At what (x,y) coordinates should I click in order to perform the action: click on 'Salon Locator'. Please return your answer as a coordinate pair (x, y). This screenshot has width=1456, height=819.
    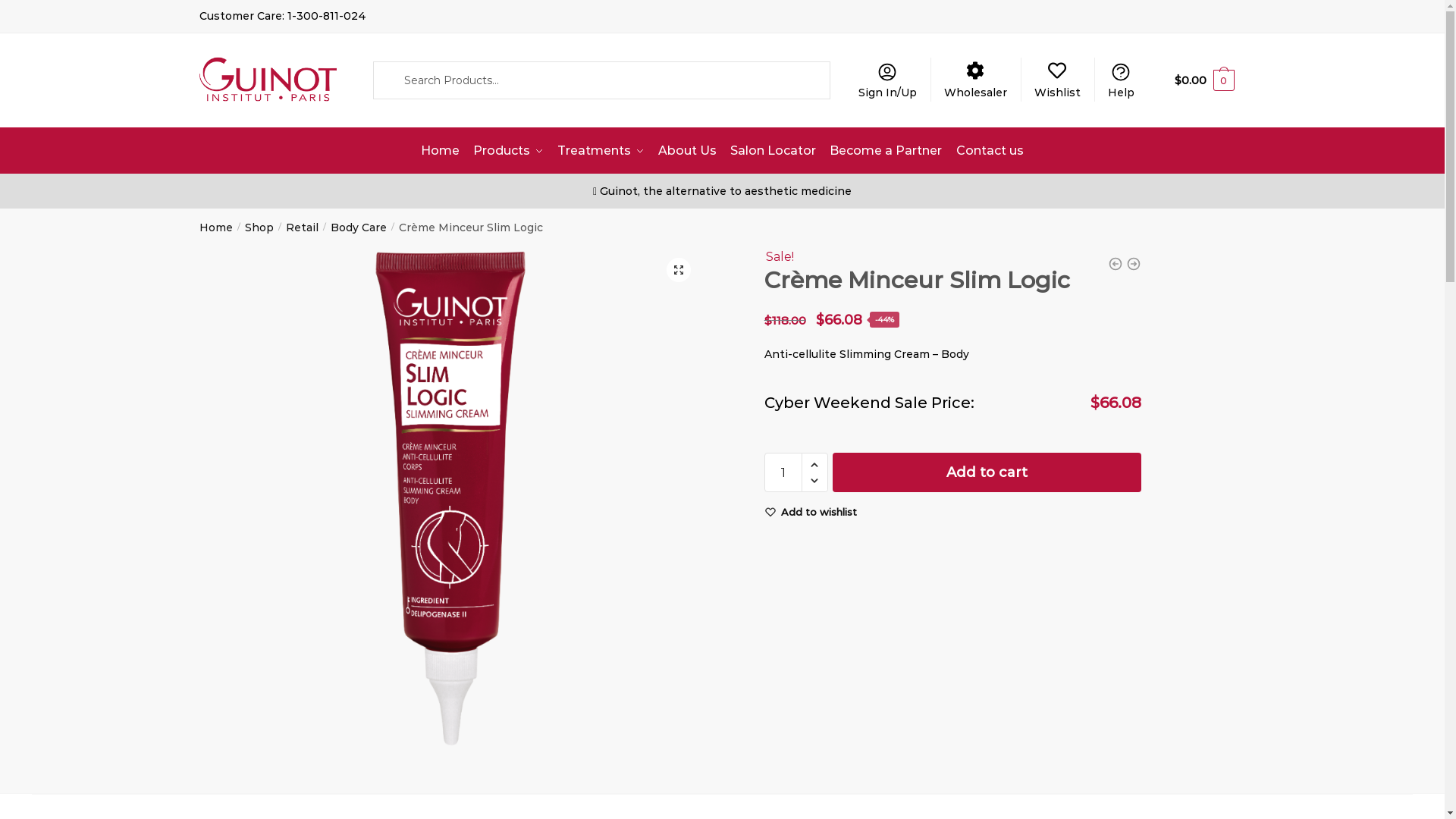
    Looking at the image, I should click on (723, 151).